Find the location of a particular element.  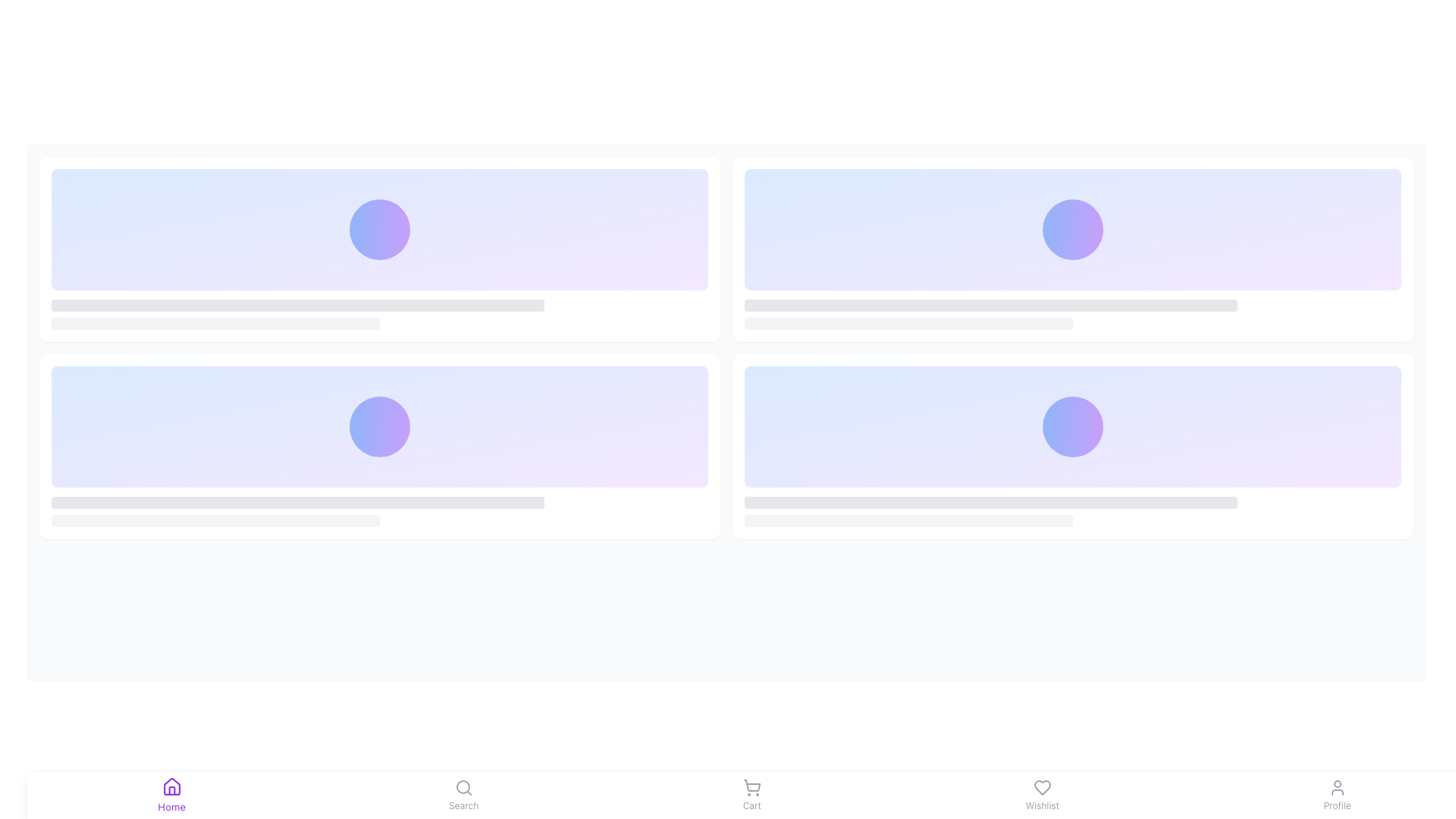

the first card in the top-left corner of the four-card grid layout, which serves a presentational role and displays summary information is located at coordinates (379, 248).